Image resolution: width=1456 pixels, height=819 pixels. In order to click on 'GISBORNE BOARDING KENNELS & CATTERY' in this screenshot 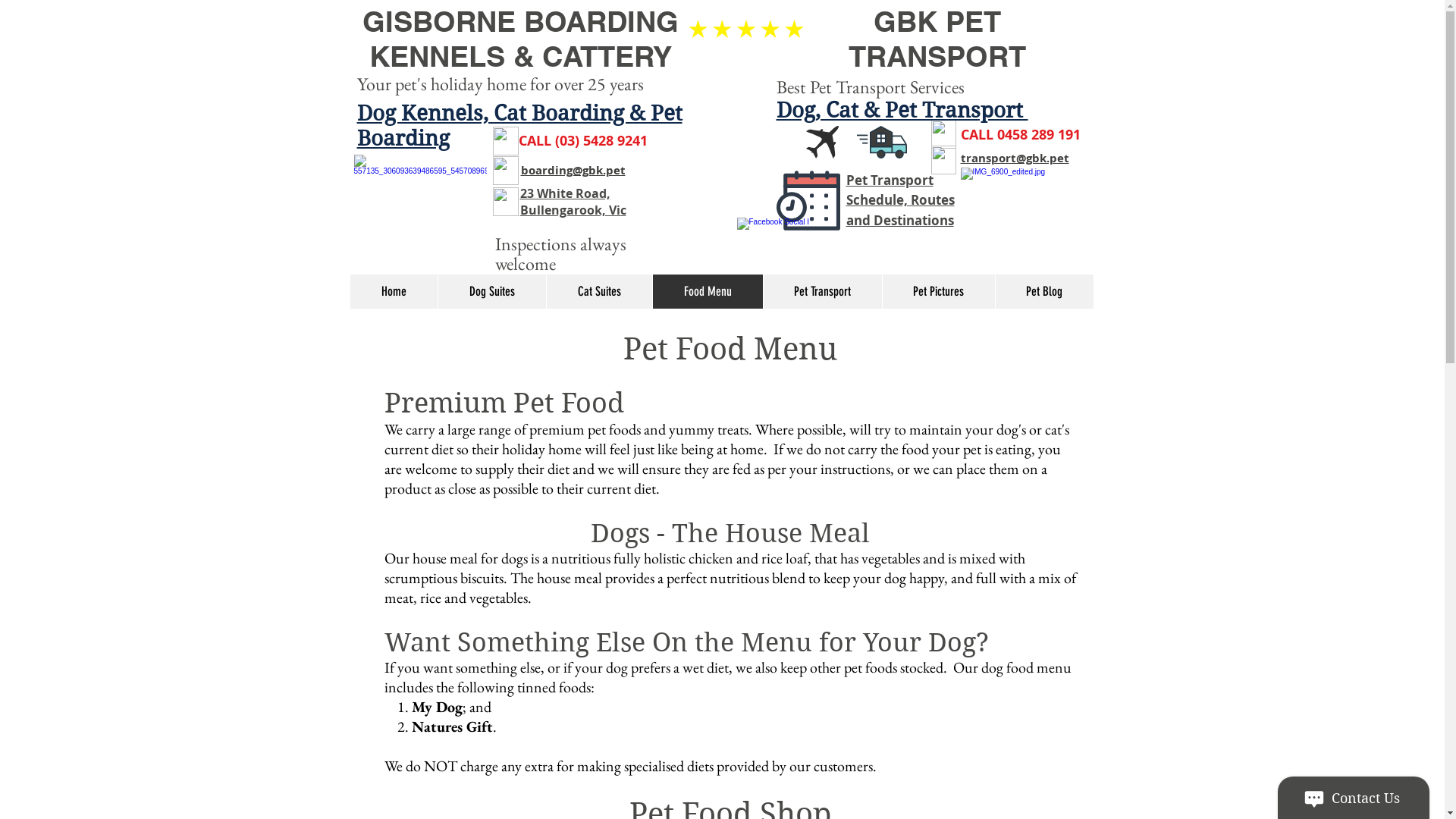, I will do `click(520, 37)`.